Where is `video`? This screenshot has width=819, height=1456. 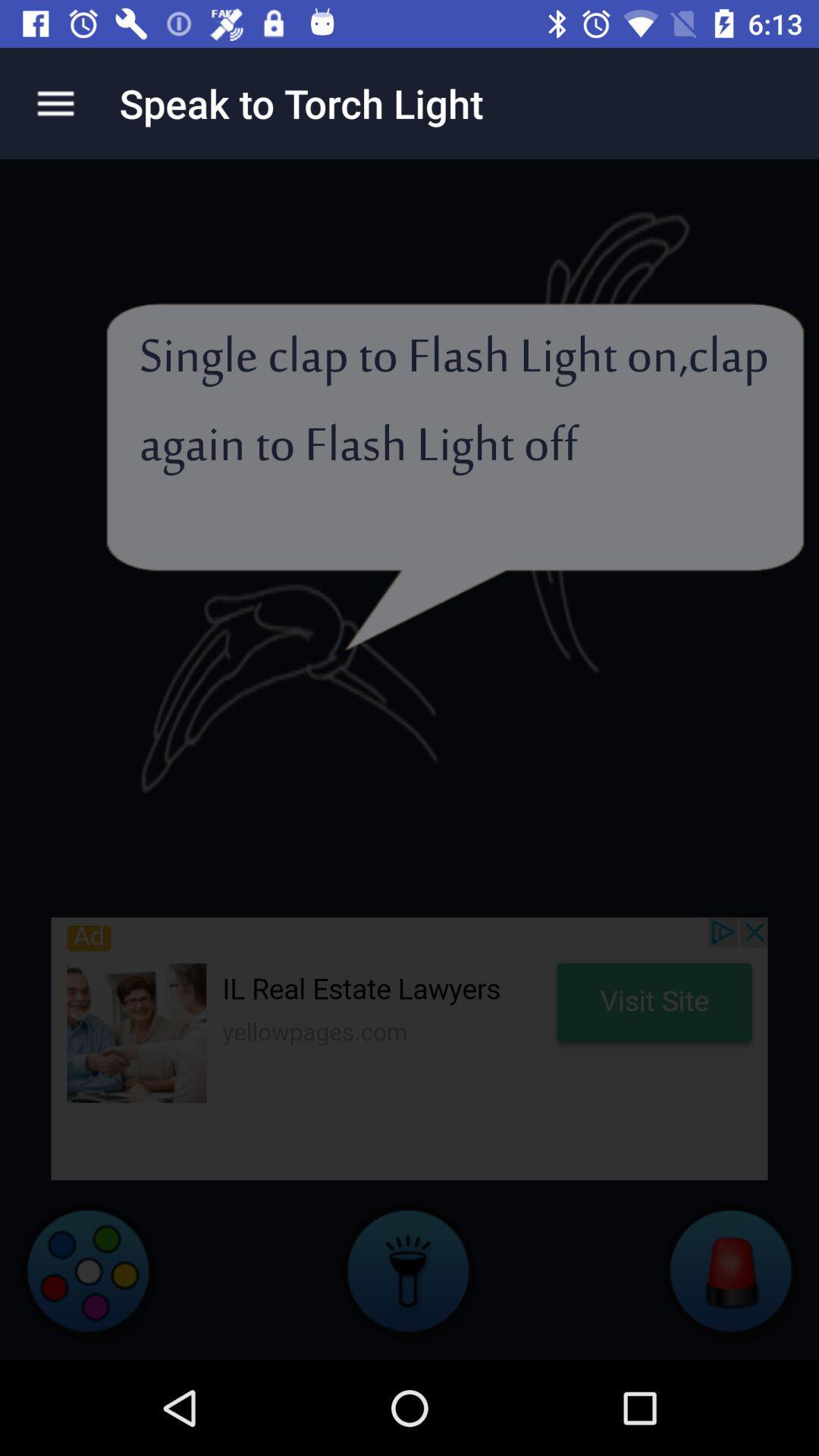 video is located at coordinates (88, 1270).